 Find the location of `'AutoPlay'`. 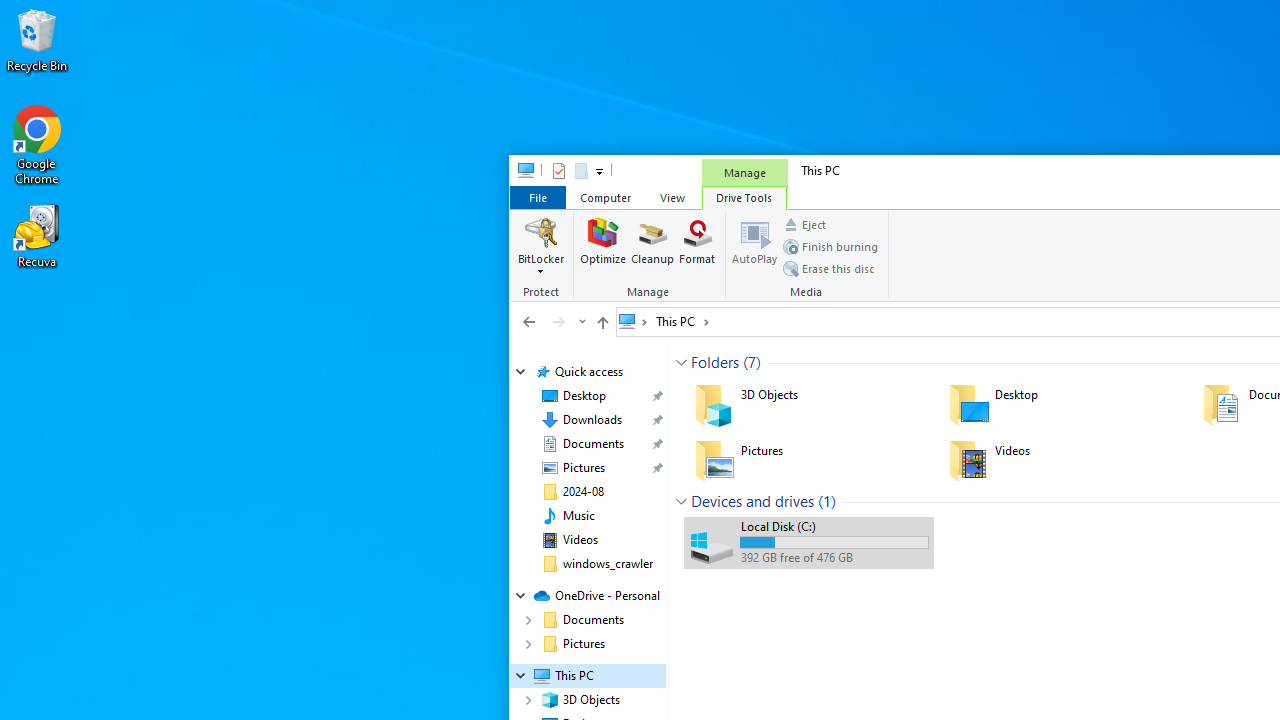

'AutoPlay' is located at coordinates (753, 245).